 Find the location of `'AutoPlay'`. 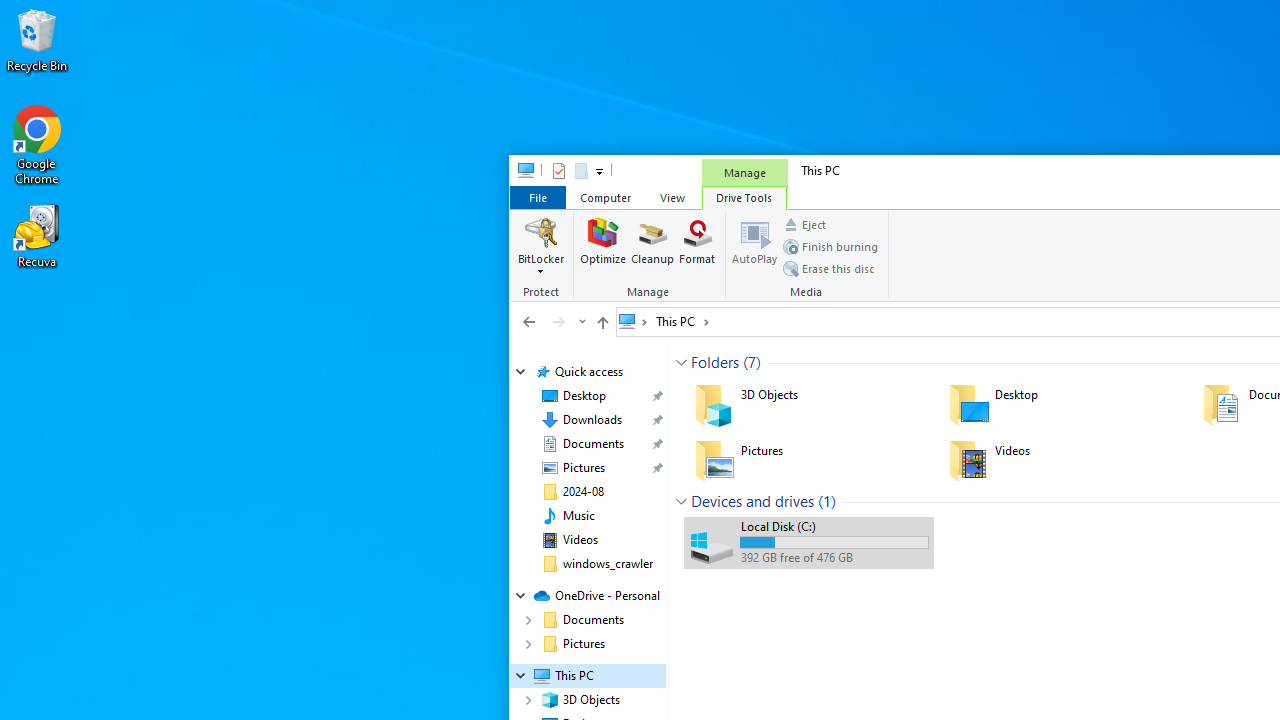

'AutoPlay' is located at coordinates (753, 245).